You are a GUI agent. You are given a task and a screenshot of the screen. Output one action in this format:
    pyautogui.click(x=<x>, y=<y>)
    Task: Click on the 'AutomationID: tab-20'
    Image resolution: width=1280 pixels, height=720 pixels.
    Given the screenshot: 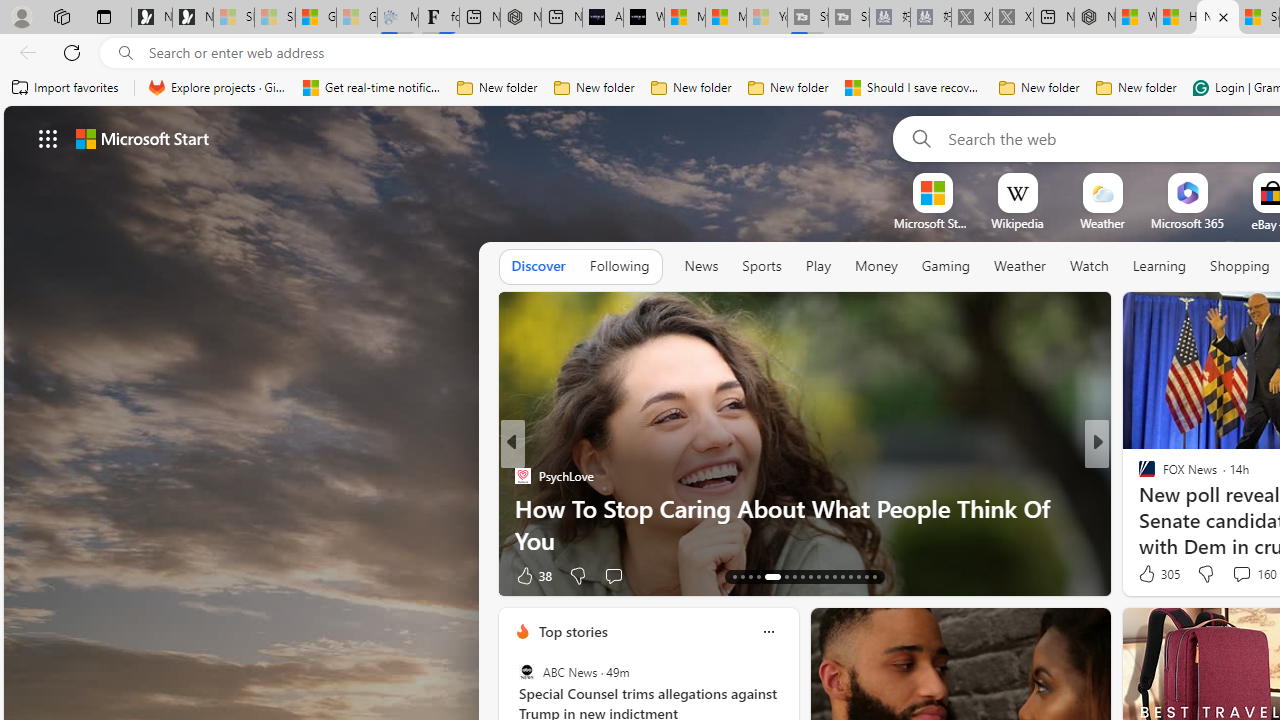 What is the action you would take?
    pyautogui.click(x=801, y=577)
    